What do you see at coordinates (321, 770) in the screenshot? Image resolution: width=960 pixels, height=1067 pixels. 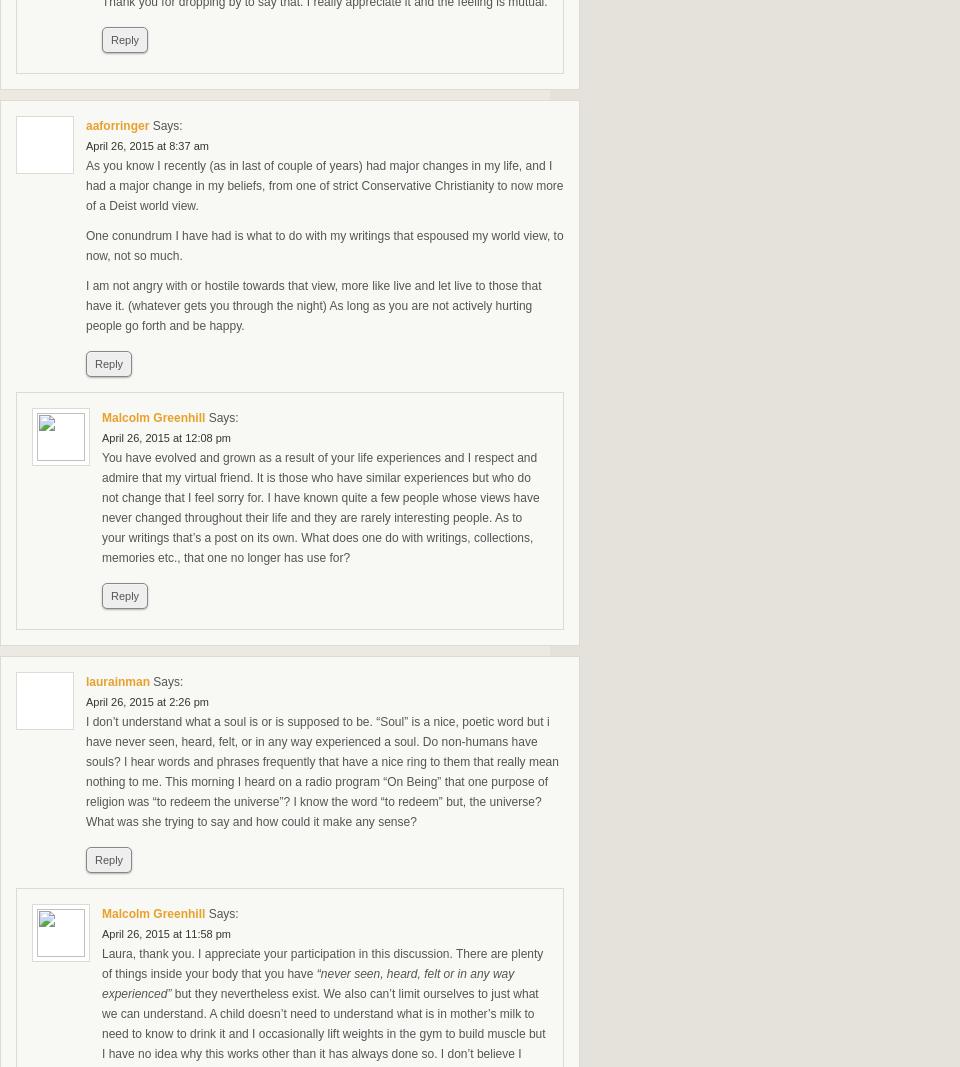 I see `'I don’t understand what a soul is or is supposed to be. “Soul” is a nice, poetic word but i have never seen, heard, felt, or in any way experienced a soul. Do non-humans have souls? I hear words and phrases frequently that have a nice ring to them that really mean nothing to me.  This morning I heard on a radio program “On Being” that one purpose of religion was “to redeem the universe”?  I know the word “to redeem” but, the universe? What was she trying to say and how could it make any sense?'` at bounding box center [321, 770].